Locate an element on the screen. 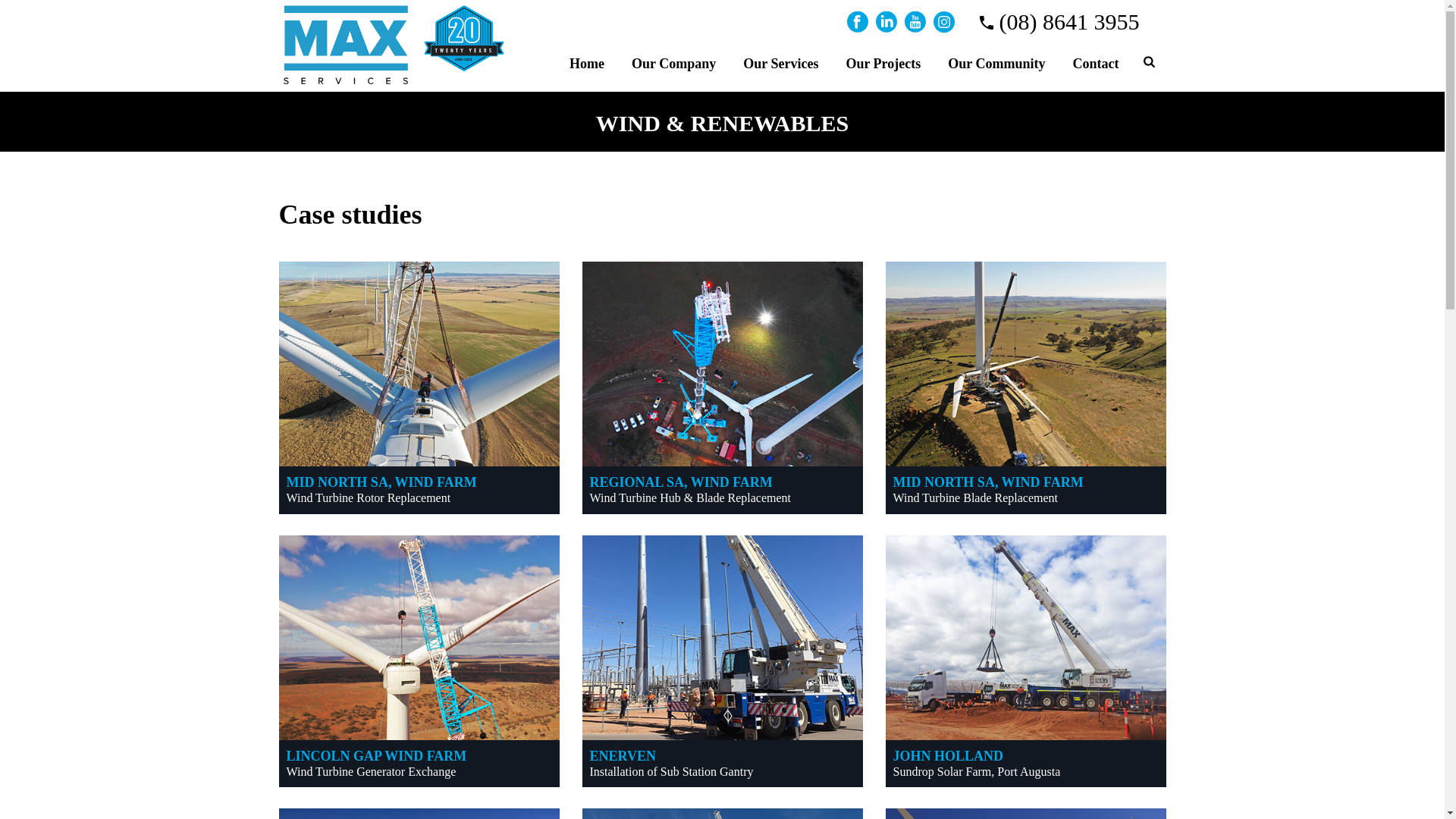  'Our Services' is located at coordinates (780, 61).